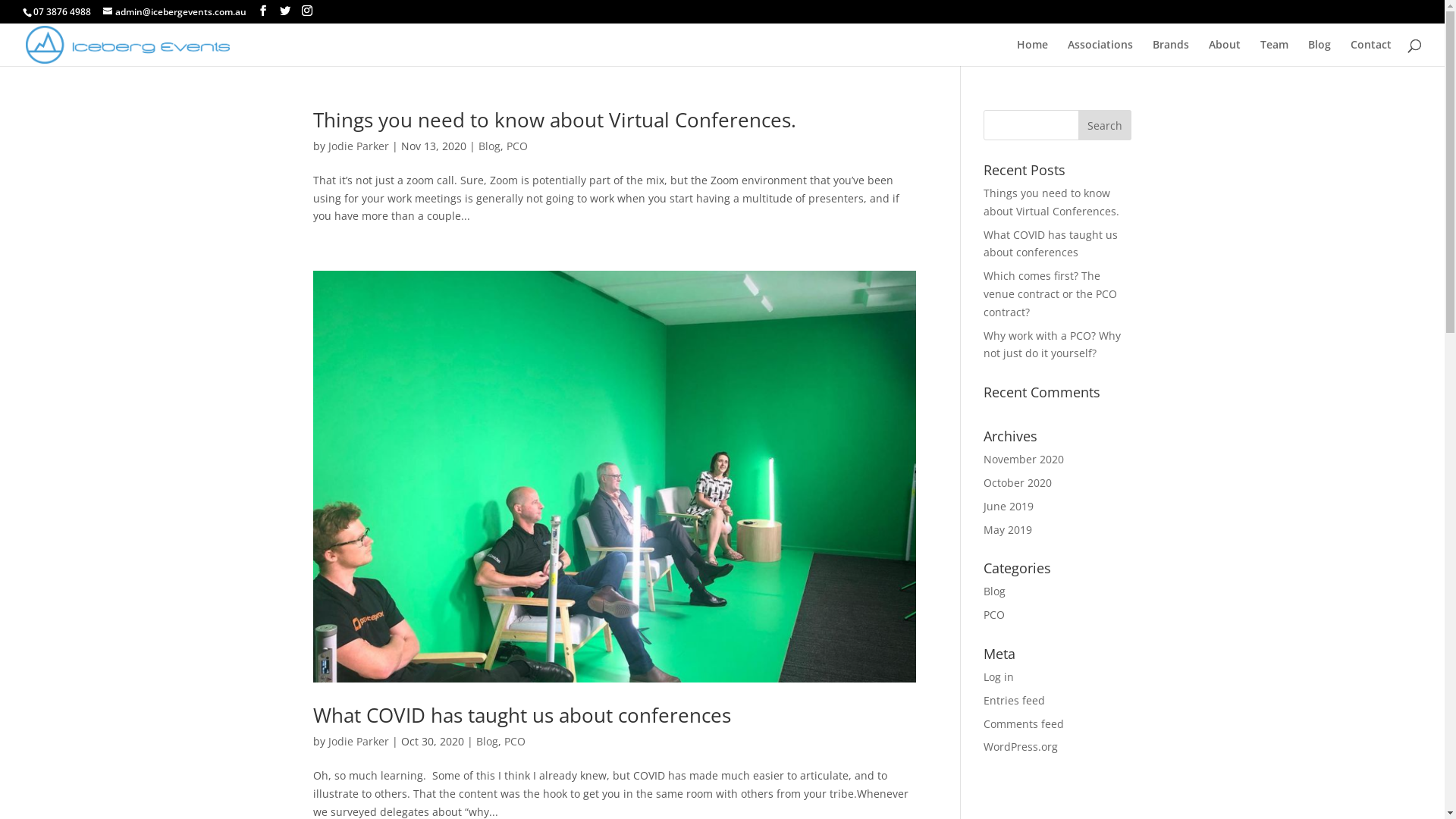  Describe the element at coordinates (488, 146) in the screenshot. I see `'Blog'` at that location.